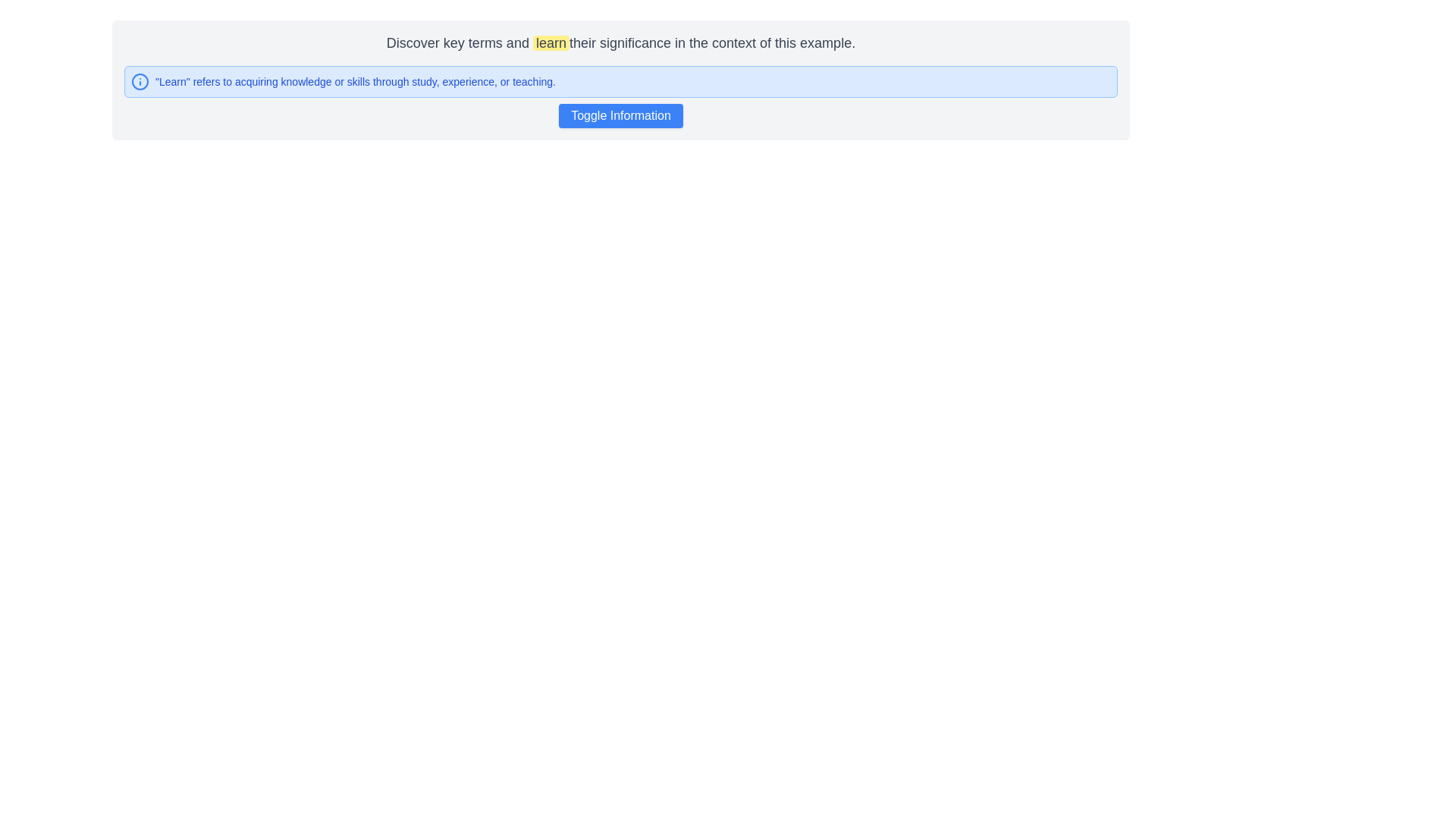 This screenshot has height=819, width=1456. Describe the element at coordinates (550, 42) in the screenshot. I see `highlighted word 'learn' which is displayed in bold with a rounded yellow background, located near the top of the interface` at that location.